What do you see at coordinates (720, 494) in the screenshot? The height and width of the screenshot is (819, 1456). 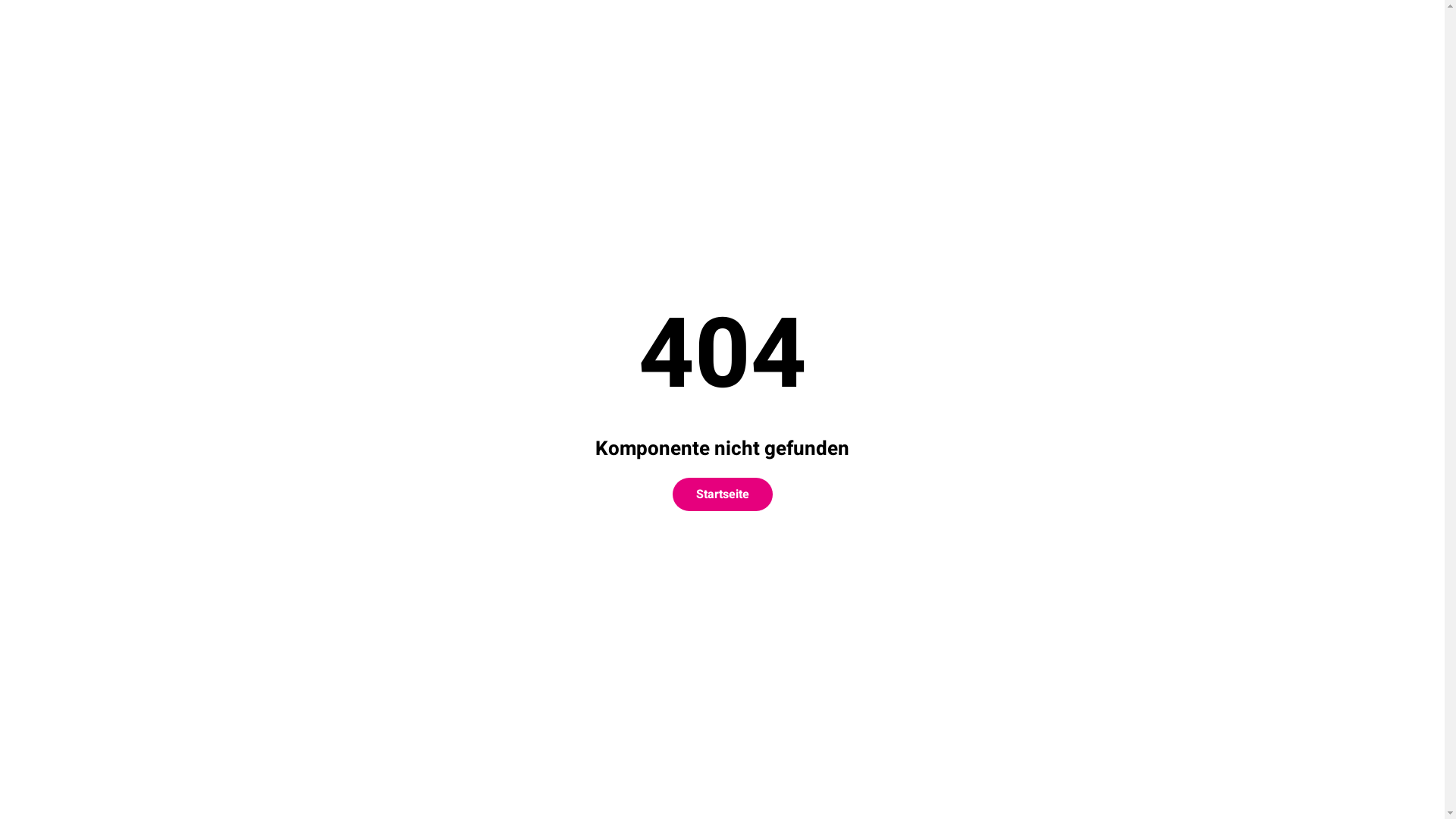 I see `'Startseite'` at bounding box center [720, 494].